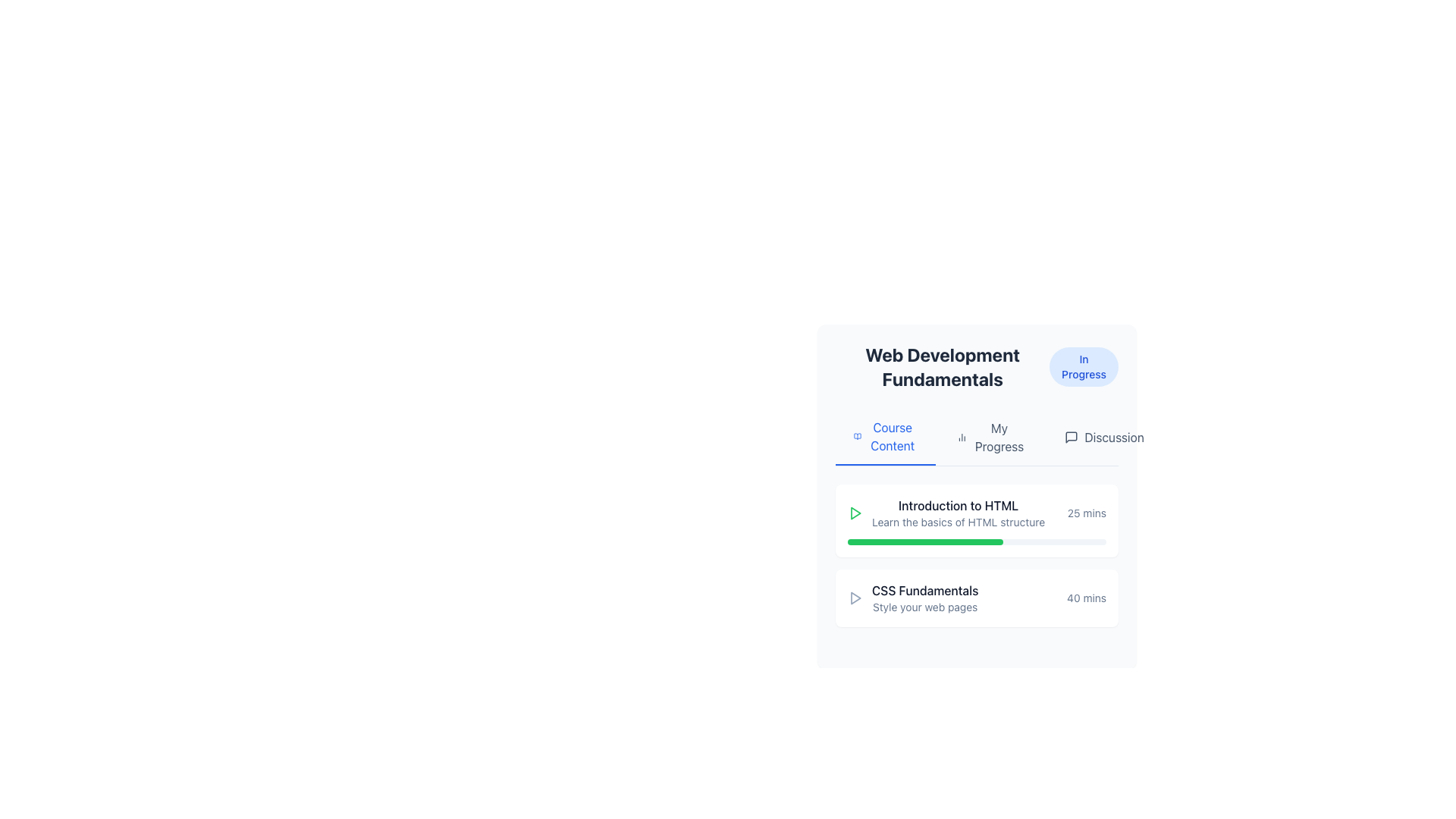 This screenshot has height=819, width=1456. What do you see at coordinates (946, 513) in the screenshot?
I see `the 'Introduction to HTML' course module entry with a green triangular play icon` at bounding box center [946, 513].